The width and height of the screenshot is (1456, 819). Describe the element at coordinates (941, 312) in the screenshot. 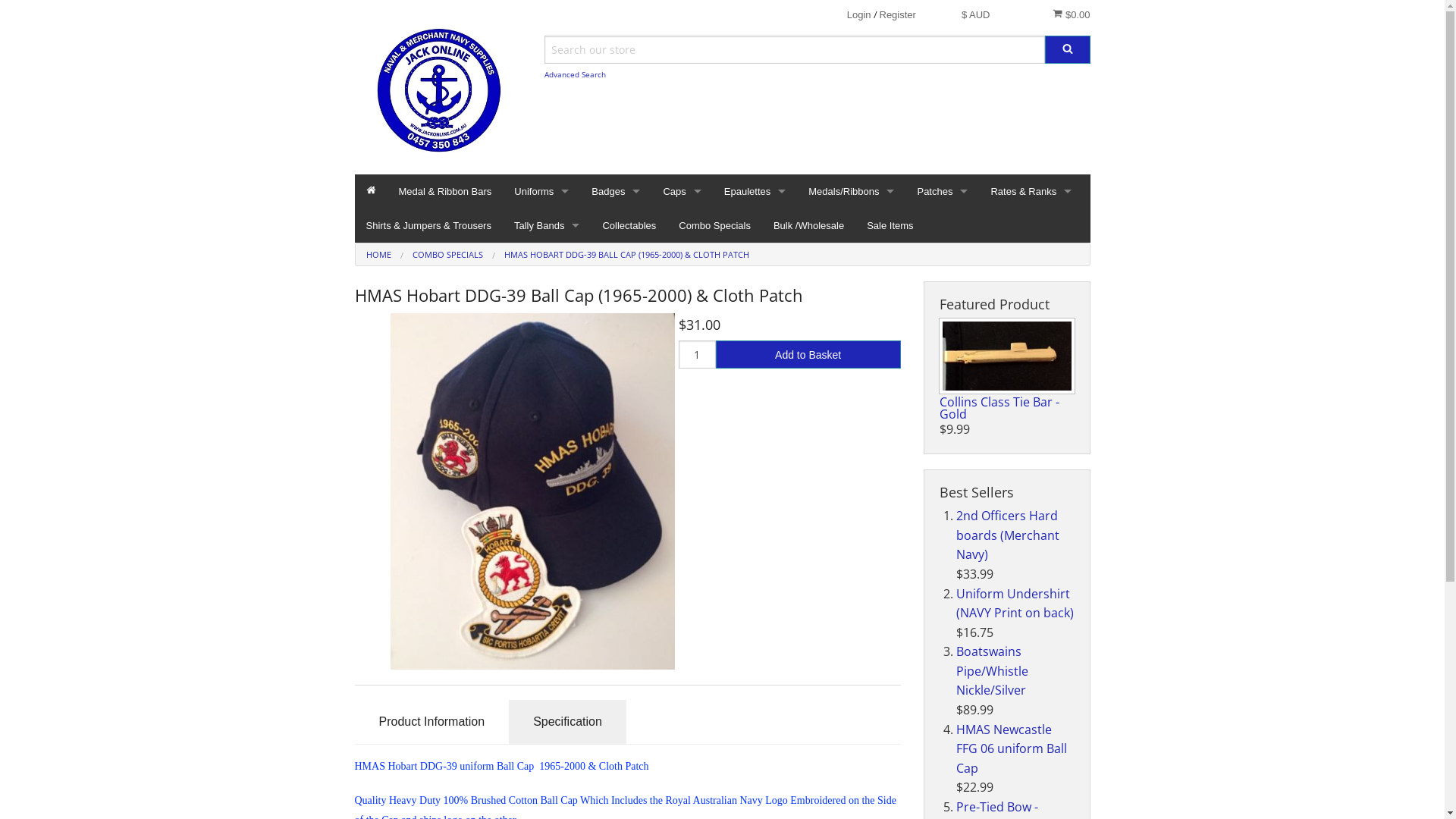

I see `'Collectable Patches'` at that location.